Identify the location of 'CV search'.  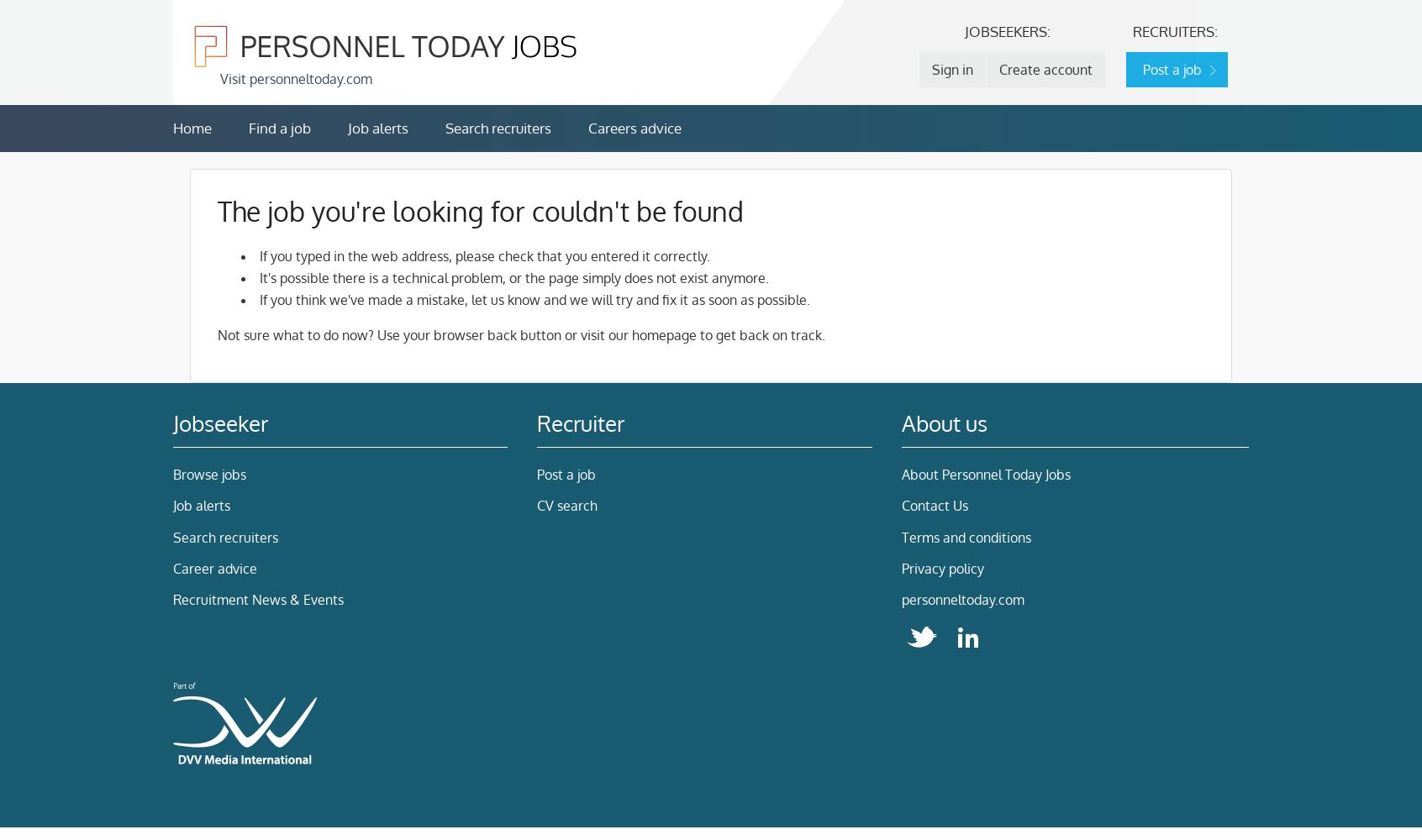
(566, 505).